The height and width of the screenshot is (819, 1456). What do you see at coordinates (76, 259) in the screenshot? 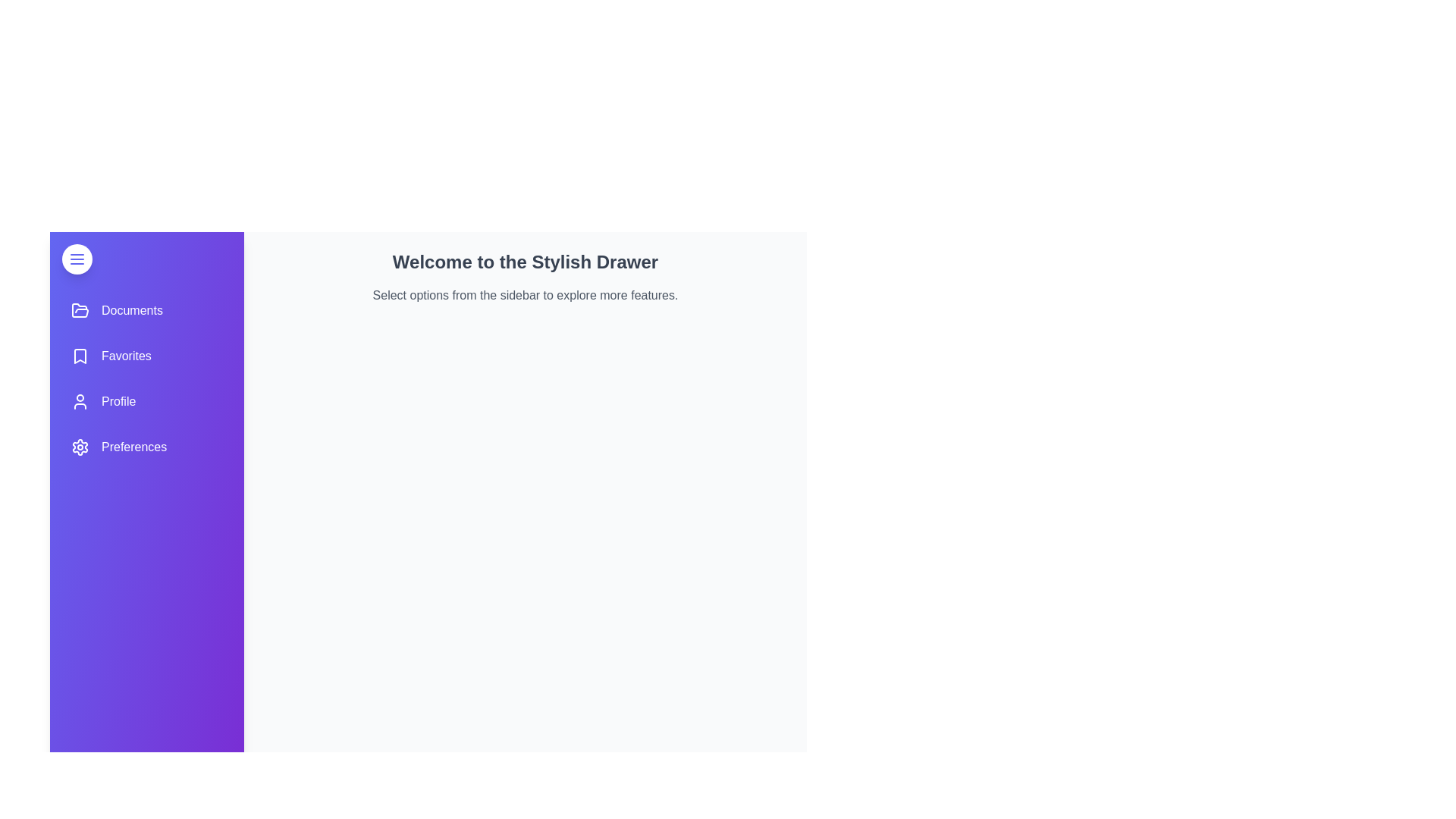
I see `the toggle button to change the drawer's state` at bounding box center [76, 259].